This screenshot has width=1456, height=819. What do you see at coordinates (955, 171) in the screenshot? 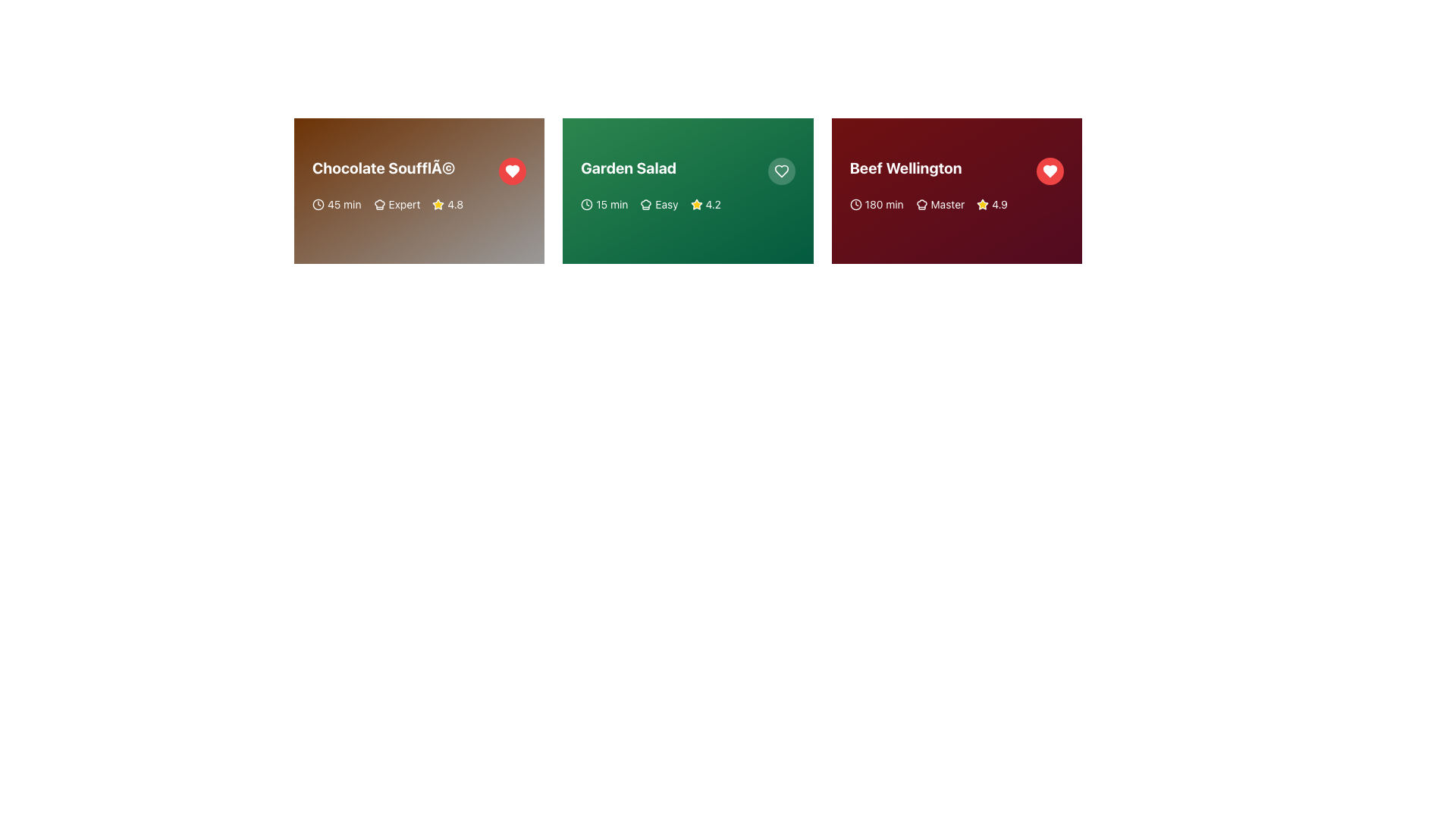
I see `text of the title label for the Beef Wellington recipe, which is positioned at the top left of its card, above the duration and rating details` at bounding box center [955, 171].